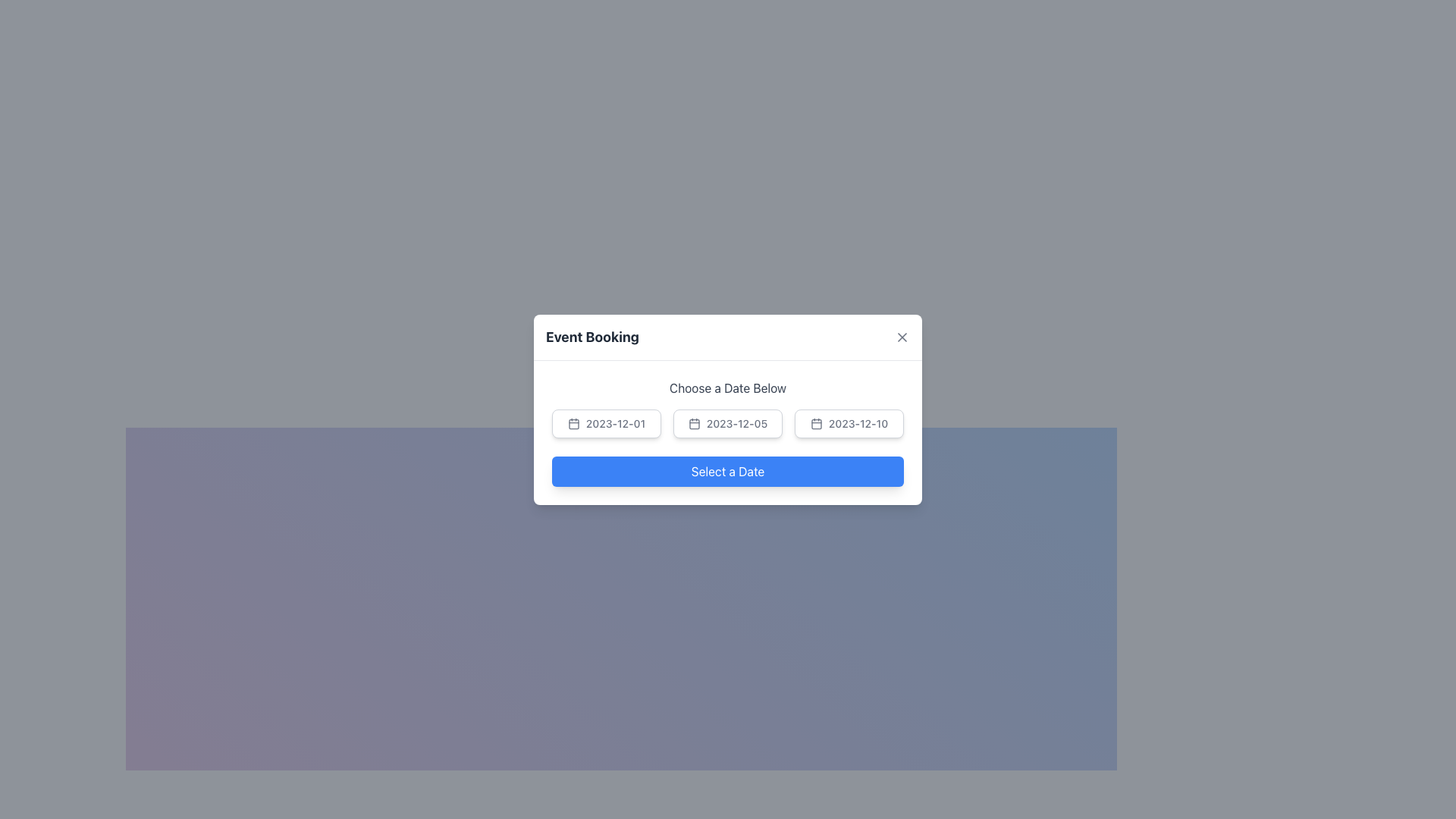 The image size is (1456, 819). I want to click on the rounded rectangle icon located within the calendar-like icon, which is used for selecting dates, positioned centrally in the middle date-selection button below 'Choose a Date Below', so click(693, 424).